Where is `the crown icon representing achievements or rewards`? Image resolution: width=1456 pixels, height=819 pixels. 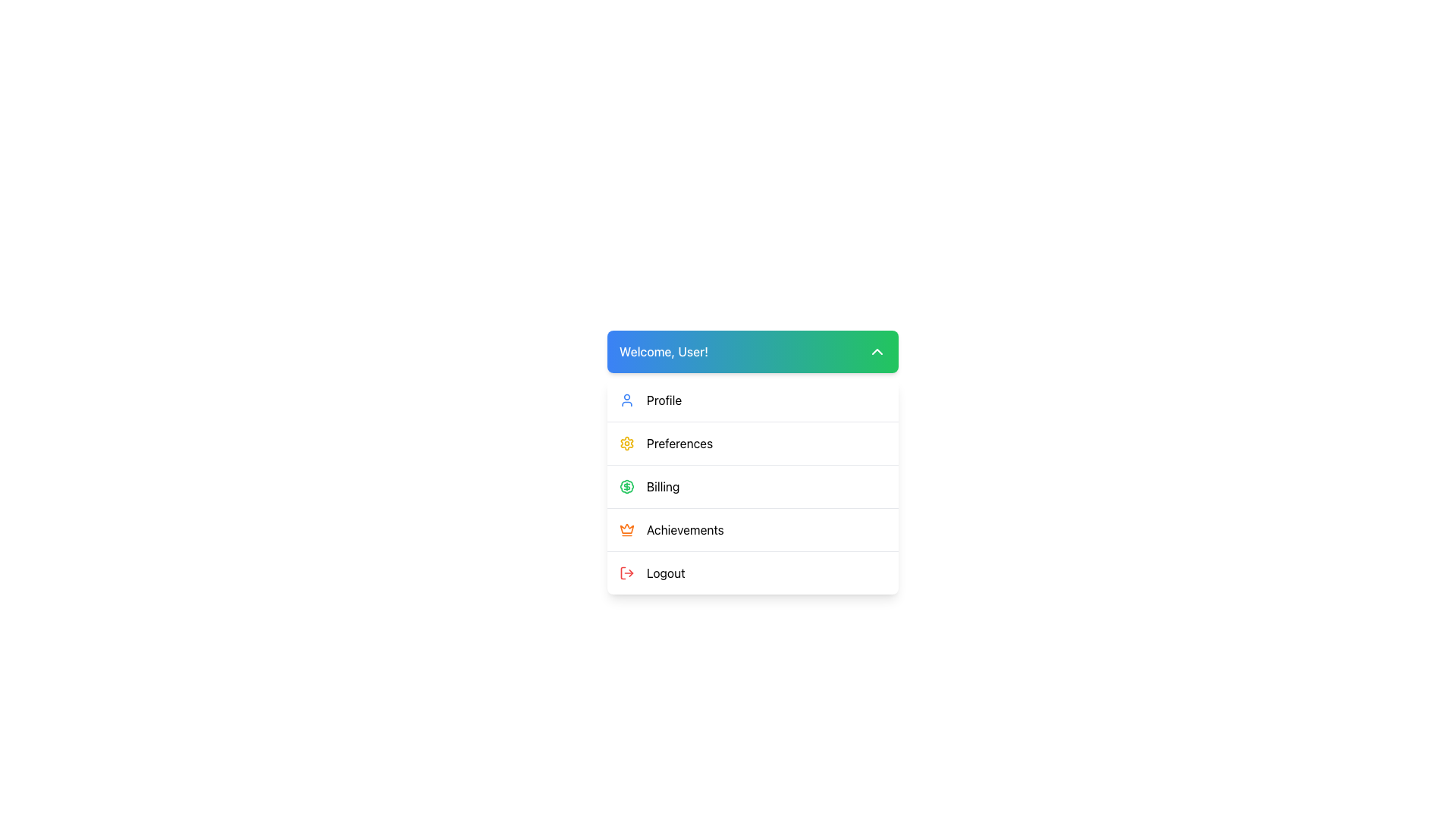 the crown icon representing achievements or rewards is located at coordinates (626, 528).